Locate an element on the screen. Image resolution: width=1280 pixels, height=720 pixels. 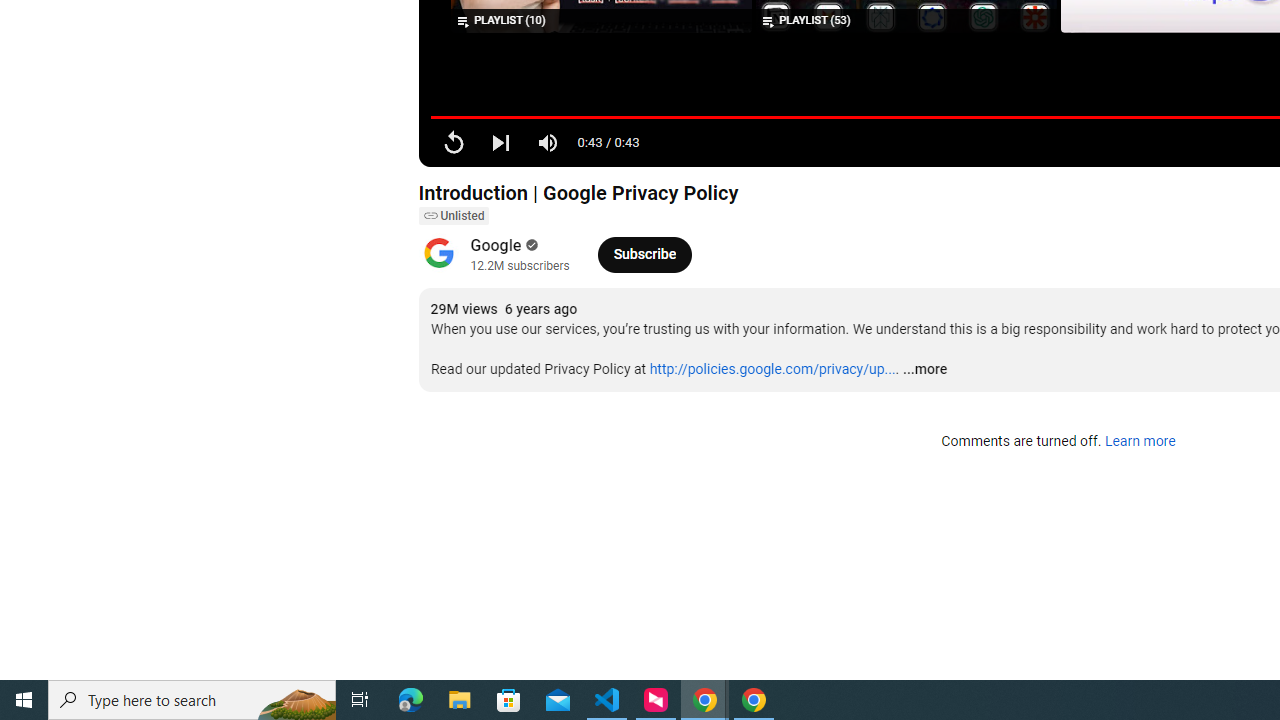
'Mute (m)' is located at coordinates (548, 141).